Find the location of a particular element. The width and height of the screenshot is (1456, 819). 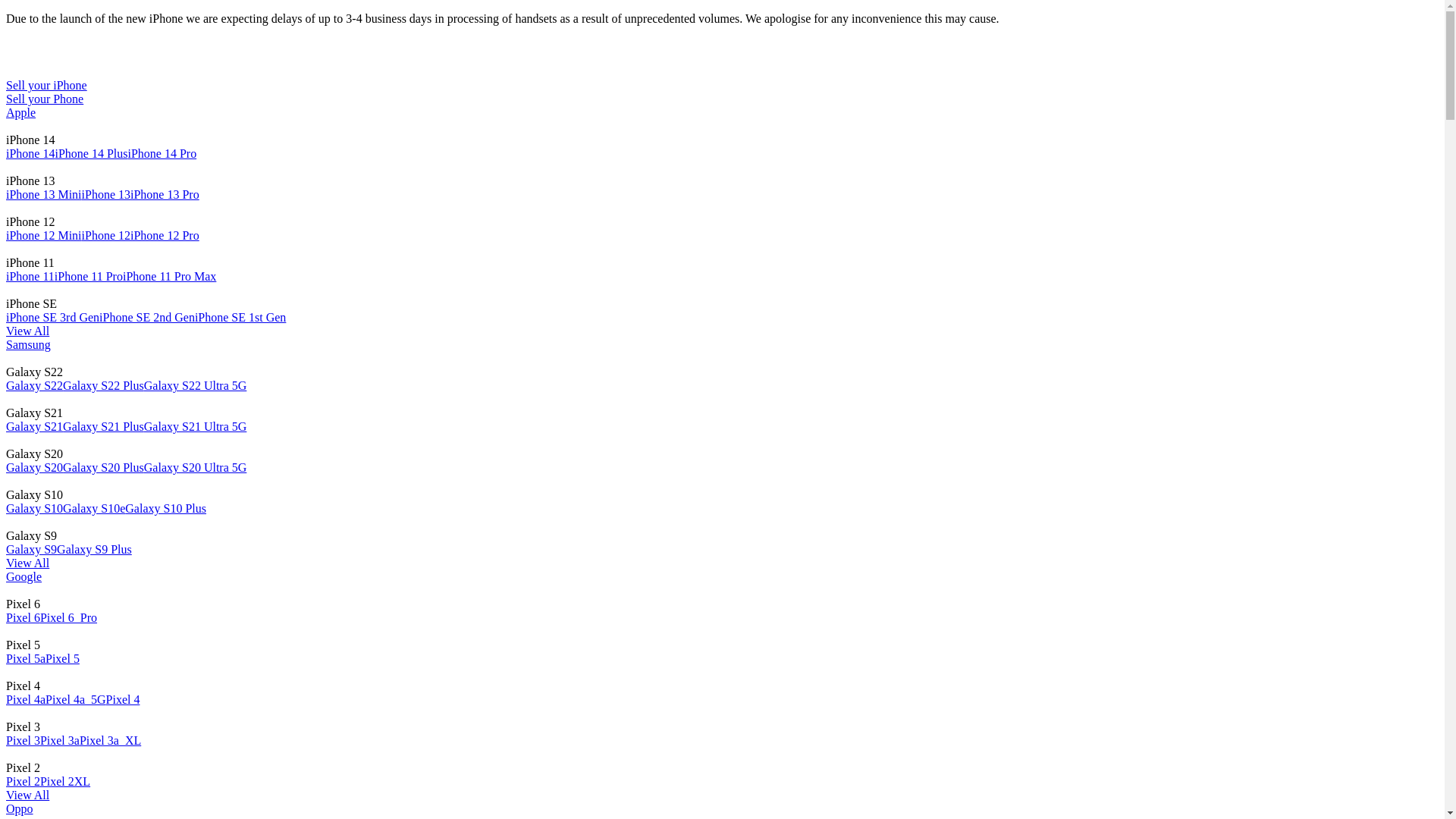

'Galaxy S10 Plus' is located at coordinates (124, 508).